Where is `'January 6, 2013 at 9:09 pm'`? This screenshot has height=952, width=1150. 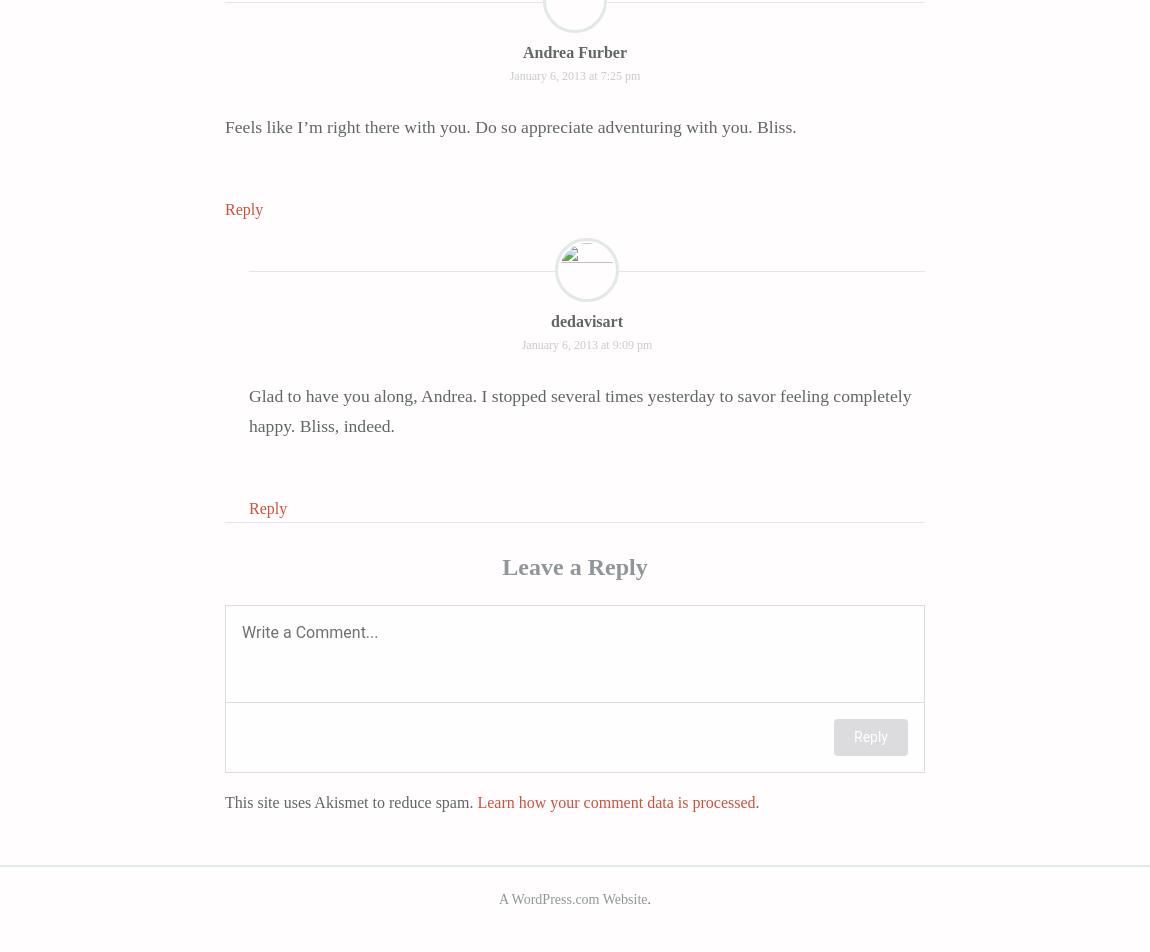
'January 6, 2013 at 9:09 pm' is located at coordinates (585, 345).